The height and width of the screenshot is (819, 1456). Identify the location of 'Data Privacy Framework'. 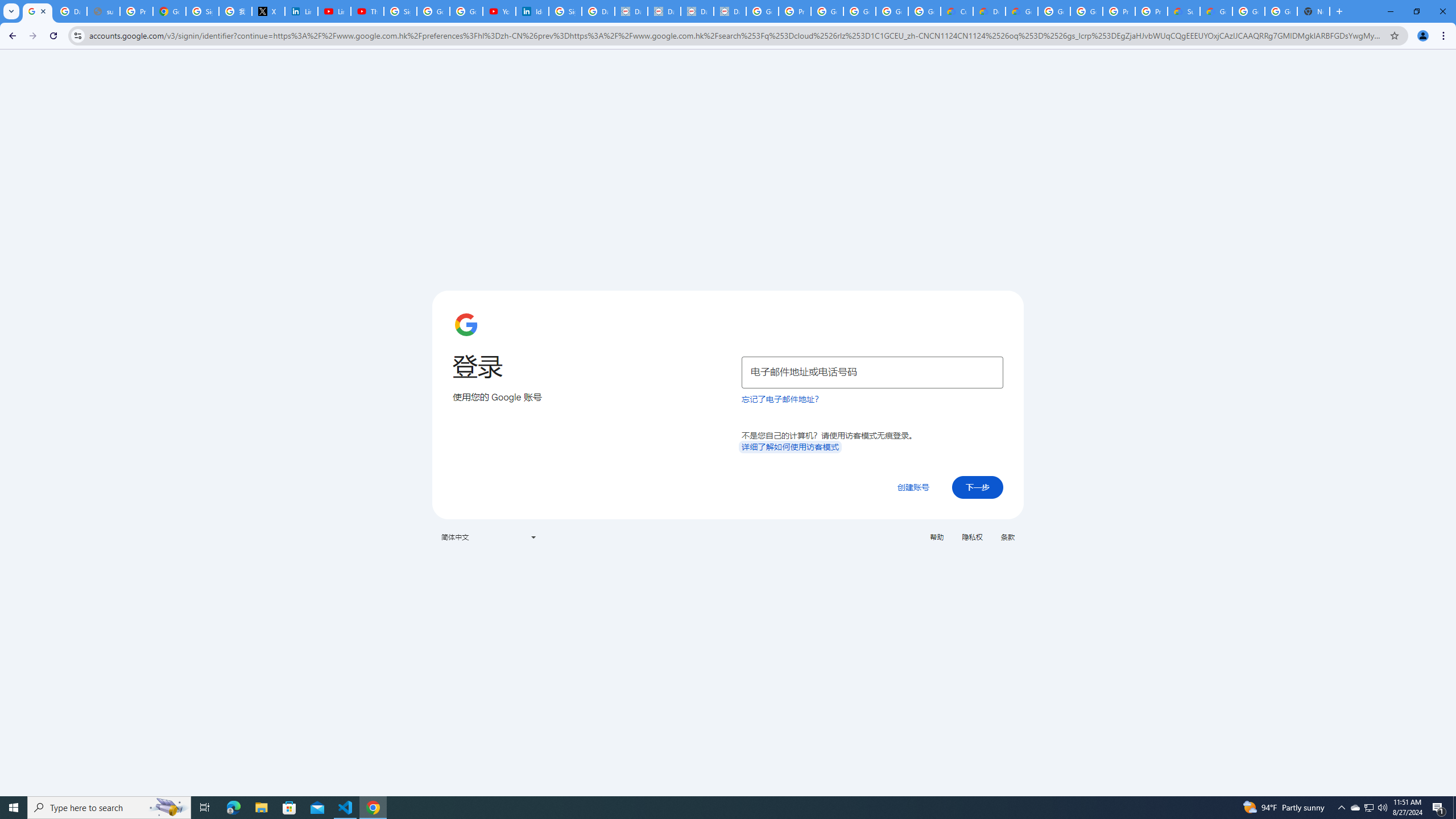
(697, 11).